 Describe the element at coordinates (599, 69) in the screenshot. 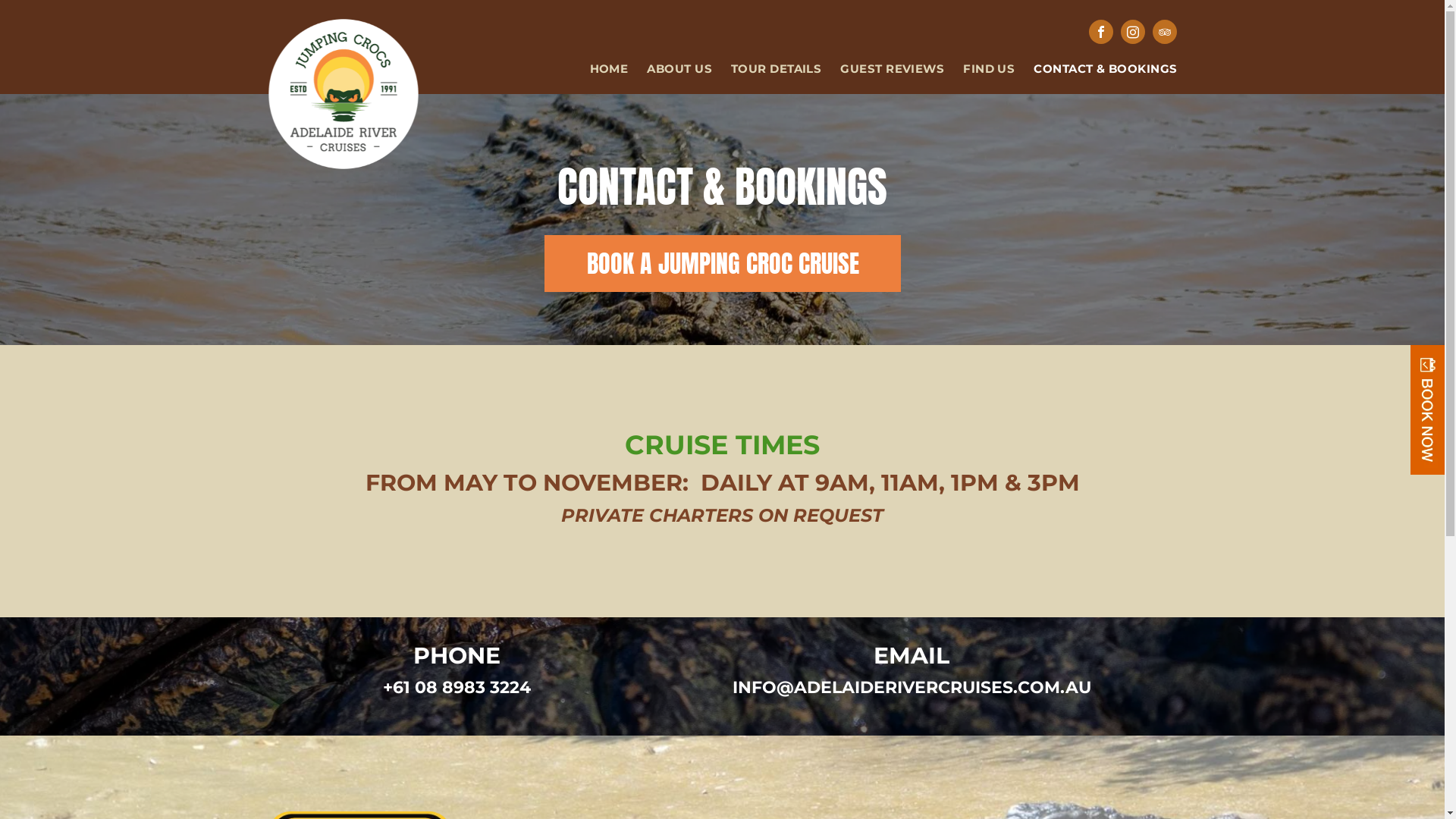

I see `'HOME'` at that location.